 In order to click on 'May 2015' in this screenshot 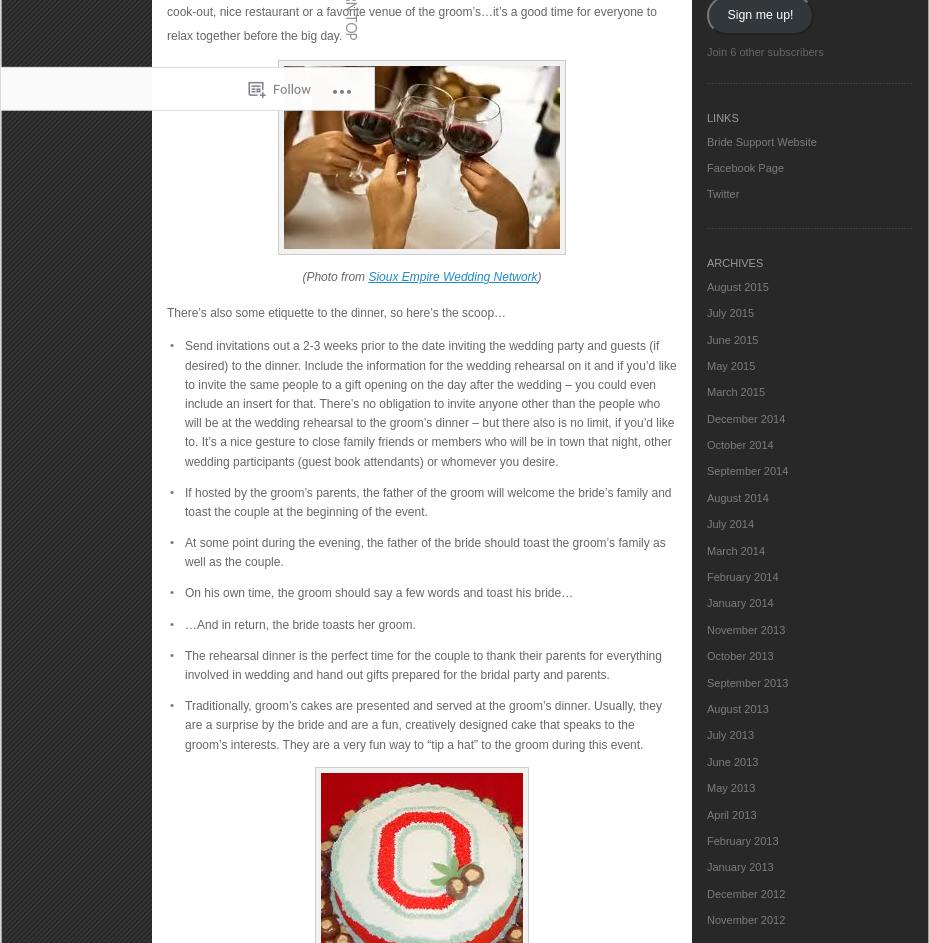, I will do `click(730, 365)`.